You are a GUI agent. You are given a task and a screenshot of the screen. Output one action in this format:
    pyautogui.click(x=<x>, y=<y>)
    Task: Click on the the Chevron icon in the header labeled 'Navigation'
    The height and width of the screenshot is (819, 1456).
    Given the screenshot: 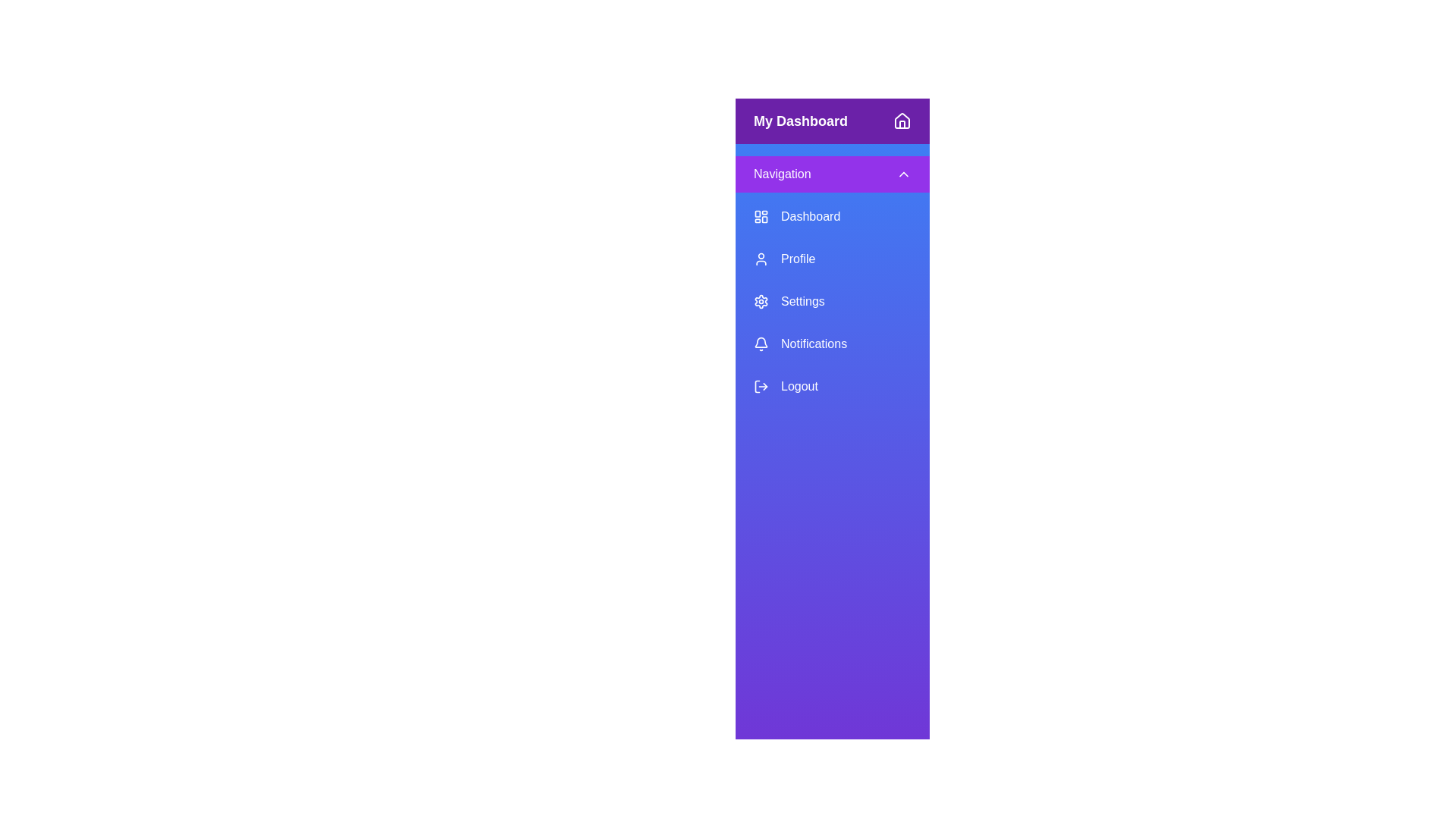 What is the action you would take?
    pyautogui.click(x=903, y=174)
    